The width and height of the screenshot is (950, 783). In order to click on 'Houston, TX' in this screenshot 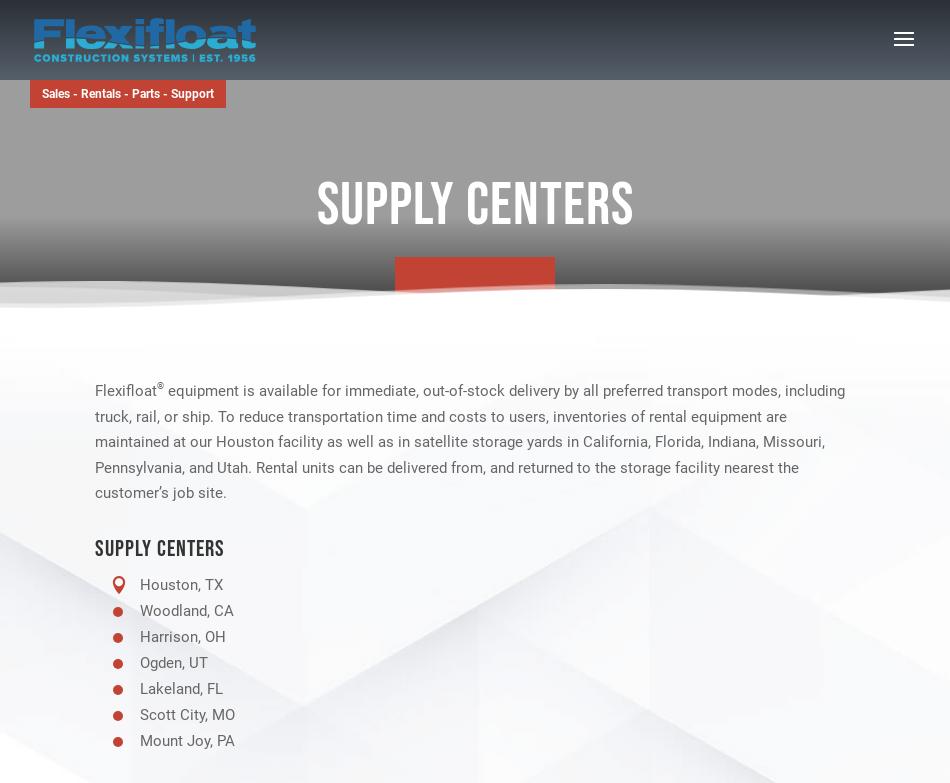, I will do `click(181, 582)`.